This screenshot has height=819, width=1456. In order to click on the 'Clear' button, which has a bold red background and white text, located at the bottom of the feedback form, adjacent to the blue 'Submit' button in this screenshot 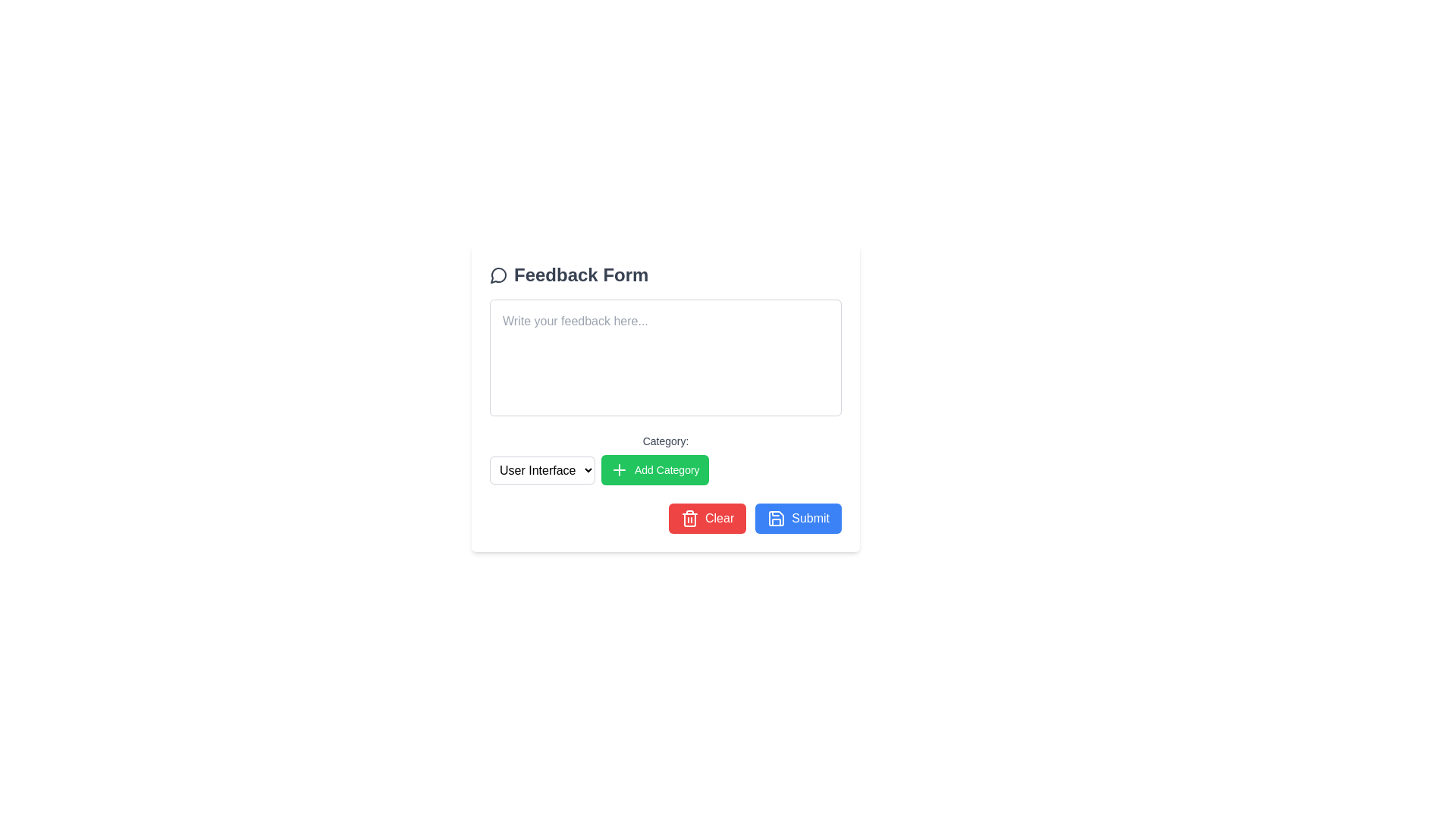, I will do `click(707, 517)`.